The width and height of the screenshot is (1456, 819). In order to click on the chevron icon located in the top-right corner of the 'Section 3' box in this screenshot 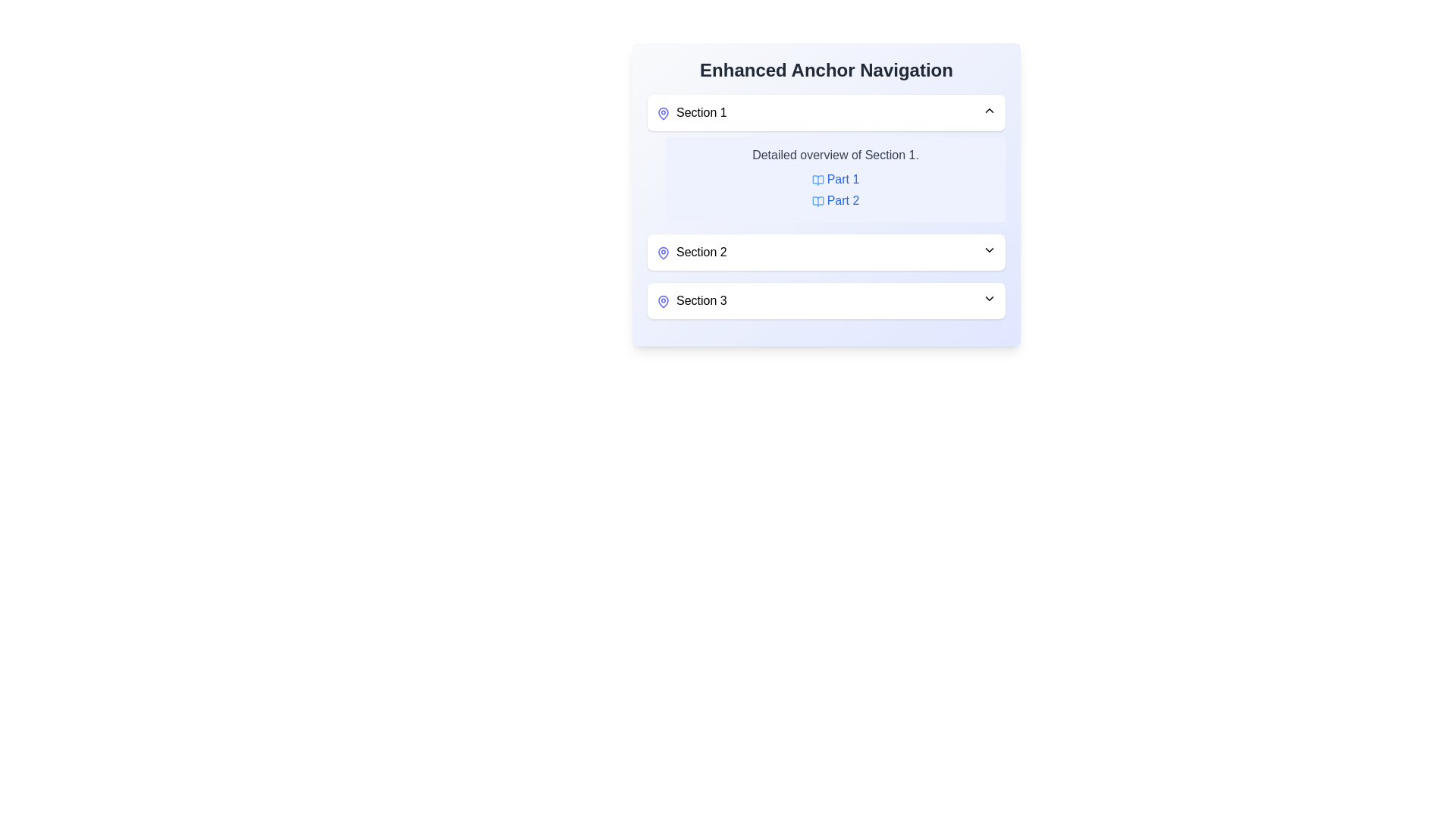, I will do `click(990, 298)`.